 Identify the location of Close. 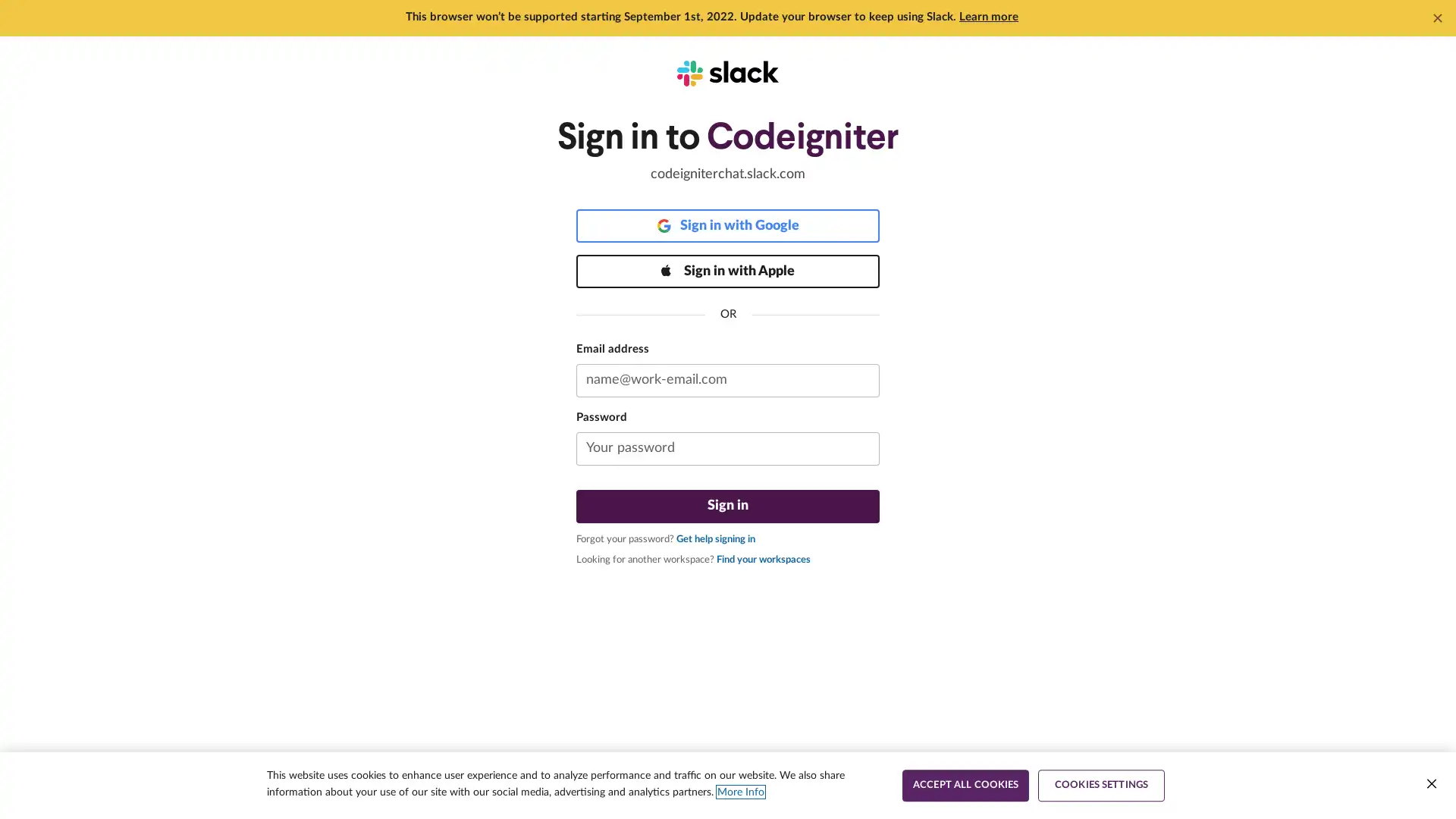
(1430, 783).